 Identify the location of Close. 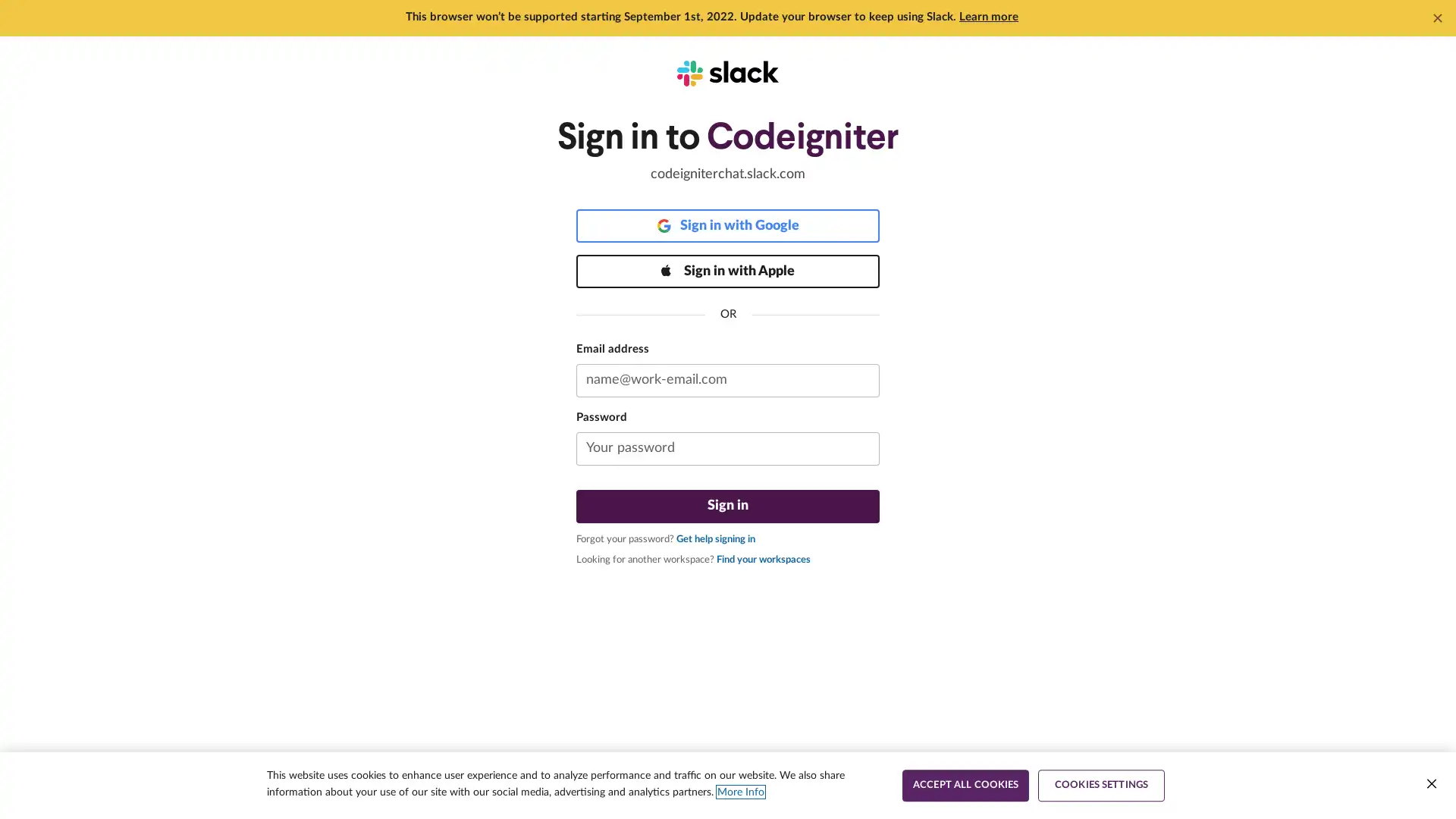
(1430, 783).